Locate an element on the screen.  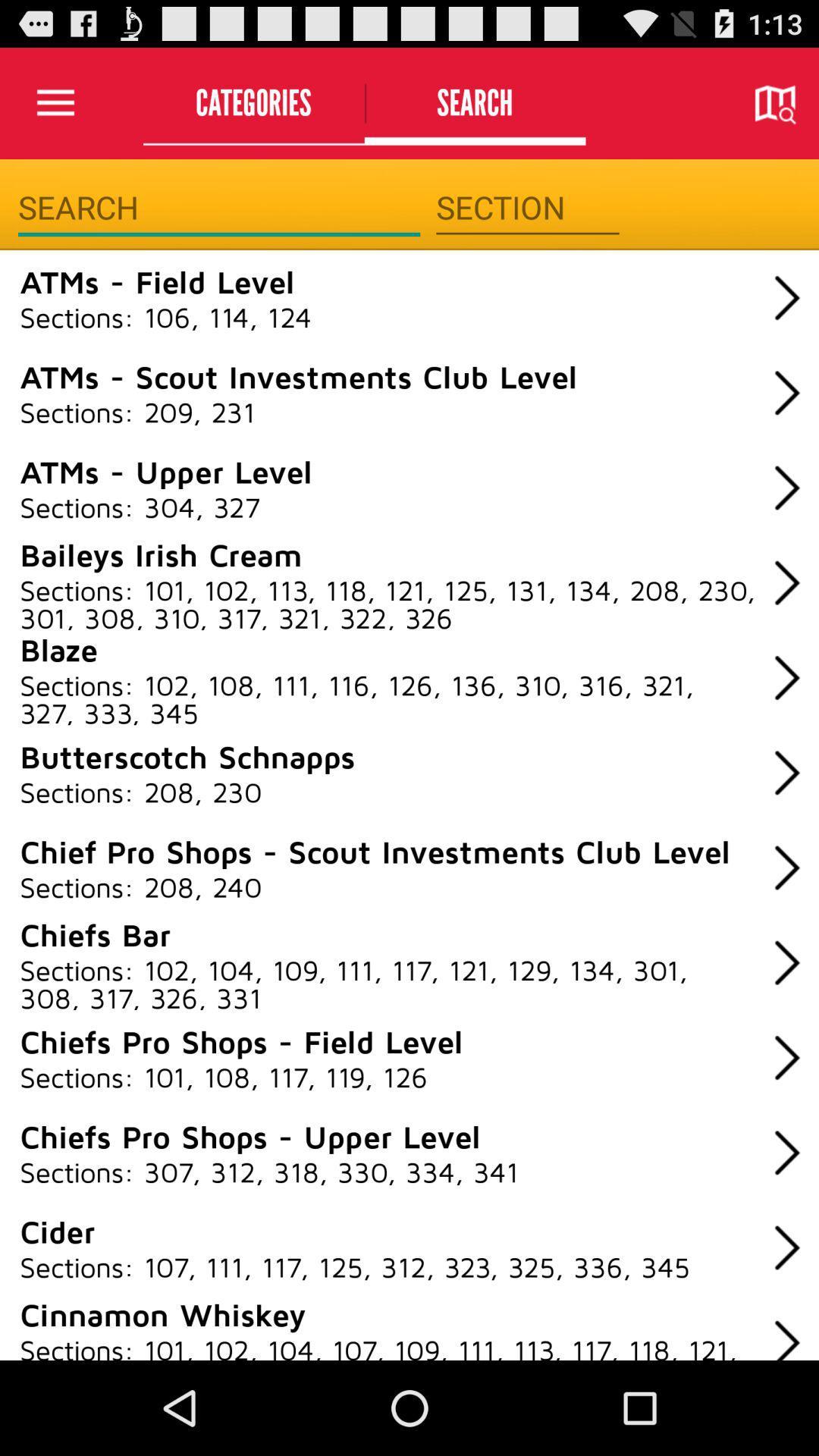
icon above the sections 107 111 is located at coordinates (56, 1231).